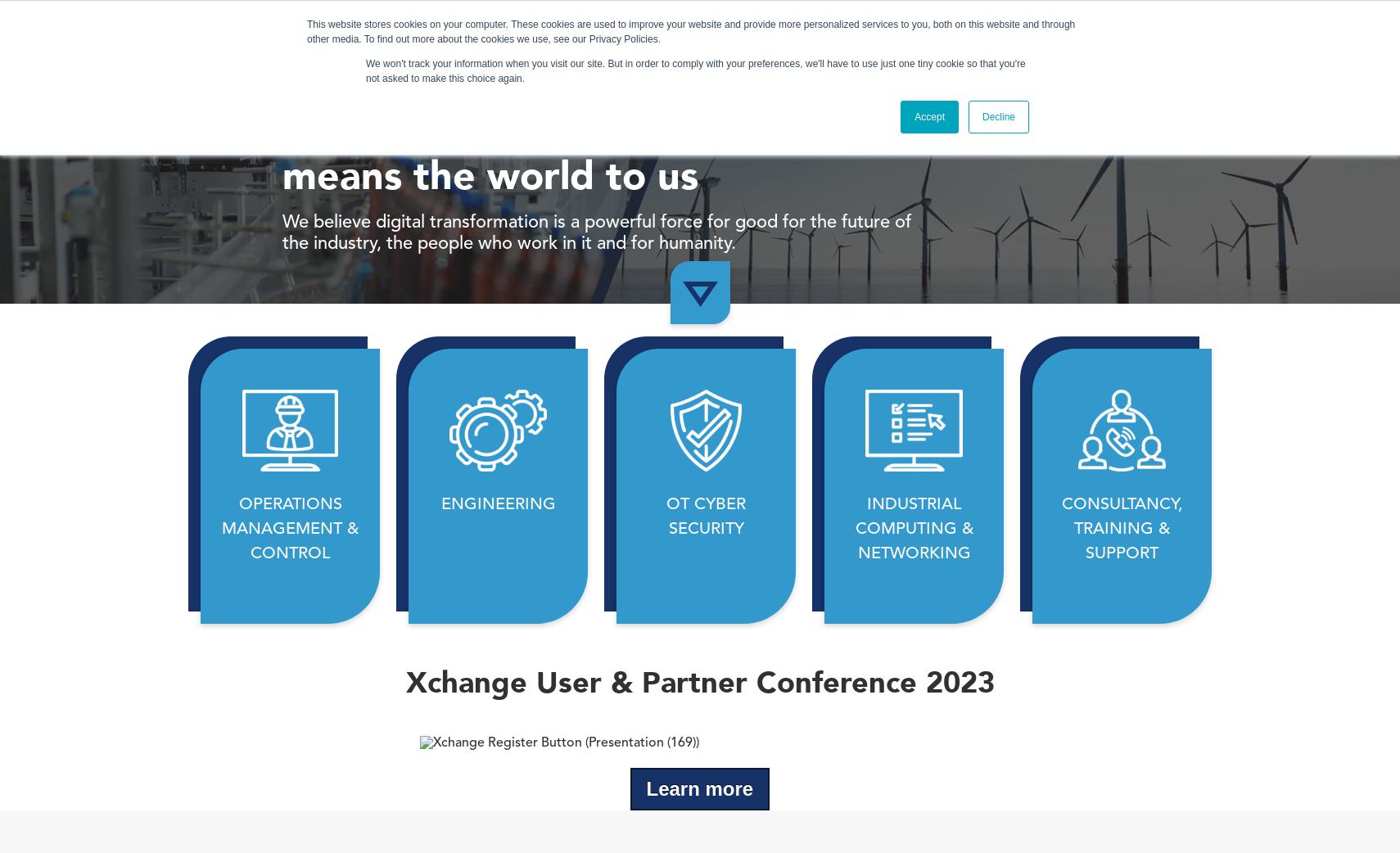 The height and width of the screenshot is (853, 1400). What do you see at coordinates (289, 529) in the screenshot?
I see `'OPERATIONS MANAGEMENT & CONTROL'` at bounding box center [289, 529].